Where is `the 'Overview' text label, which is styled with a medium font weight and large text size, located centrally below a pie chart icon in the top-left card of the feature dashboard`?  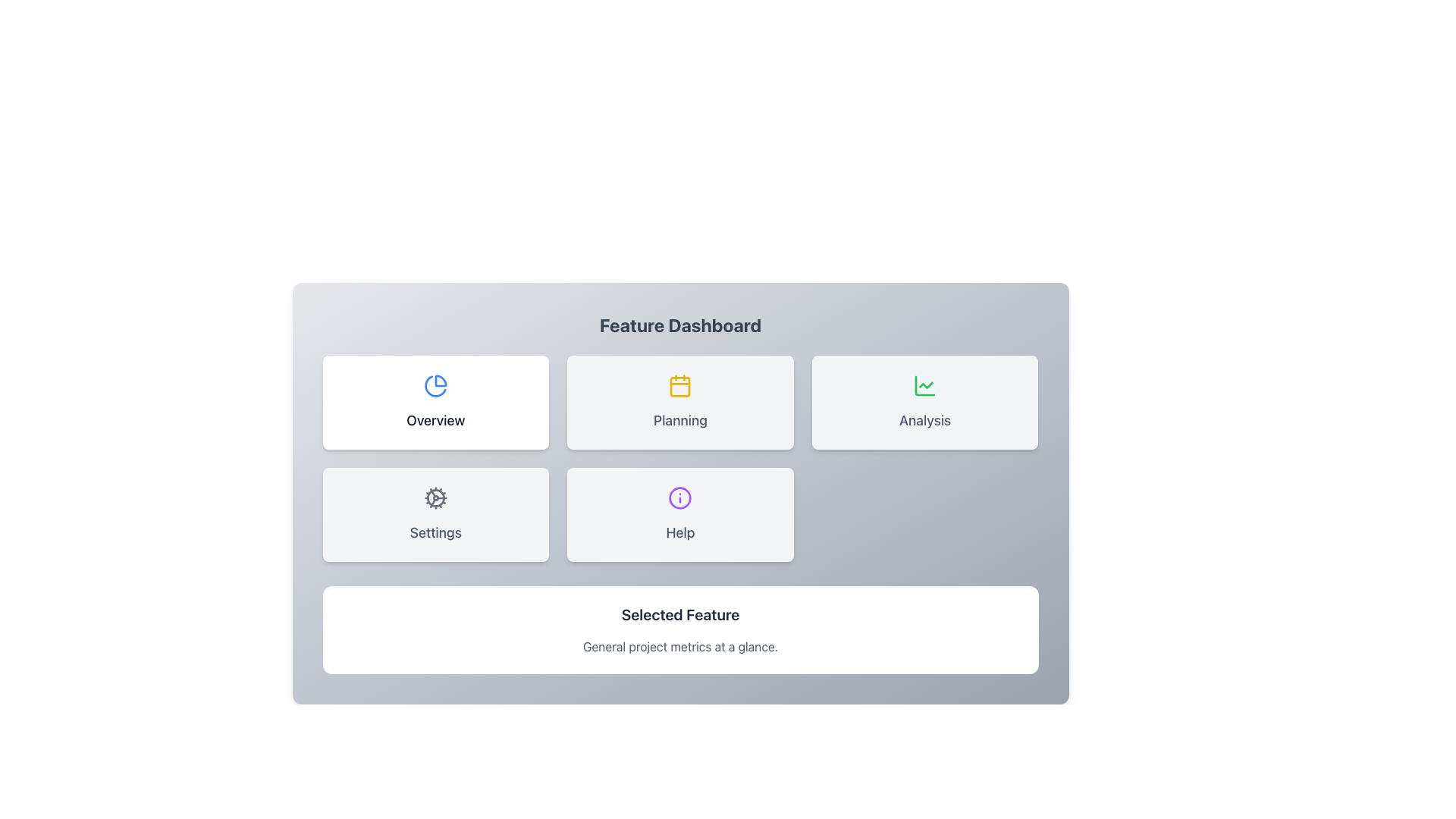
the 'Overview' text label, which is styled with a medium font weight and large text size, located centrally below a pie chart icon in the top-left card of the feature dashboard is located at coordinates (435, 421).